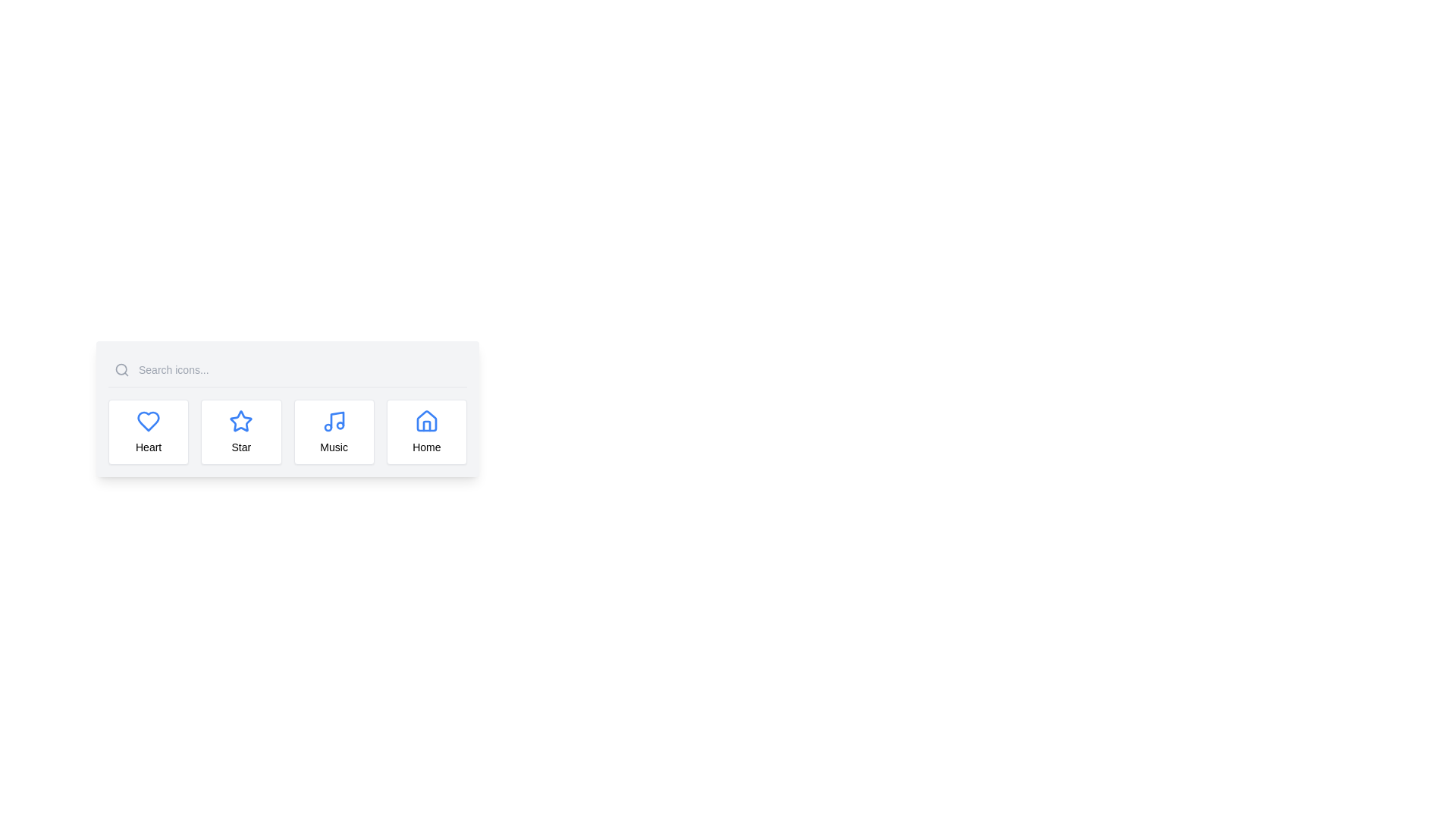 Image resolution: width=1456 pixels, height=819 pixels. Describe the element at coordinates (240, 421) in the screenshot. I see `the star-shaped icon with a blue border, which is the second item in a horizontal list of icons` at that location.